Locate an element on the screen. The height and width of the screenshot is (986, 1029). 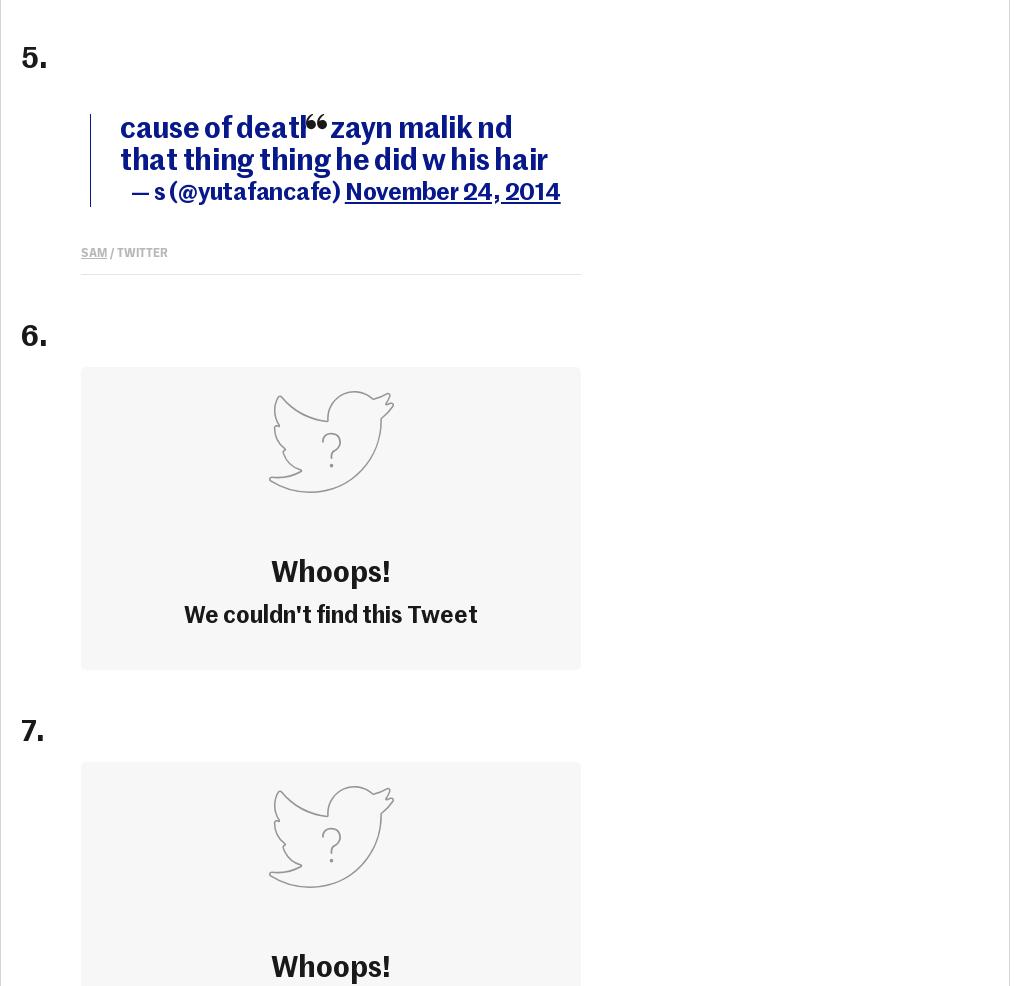
'cause of death: zayn malik nd that thing thing he did w his hair' is located at coordinates (334, 145).